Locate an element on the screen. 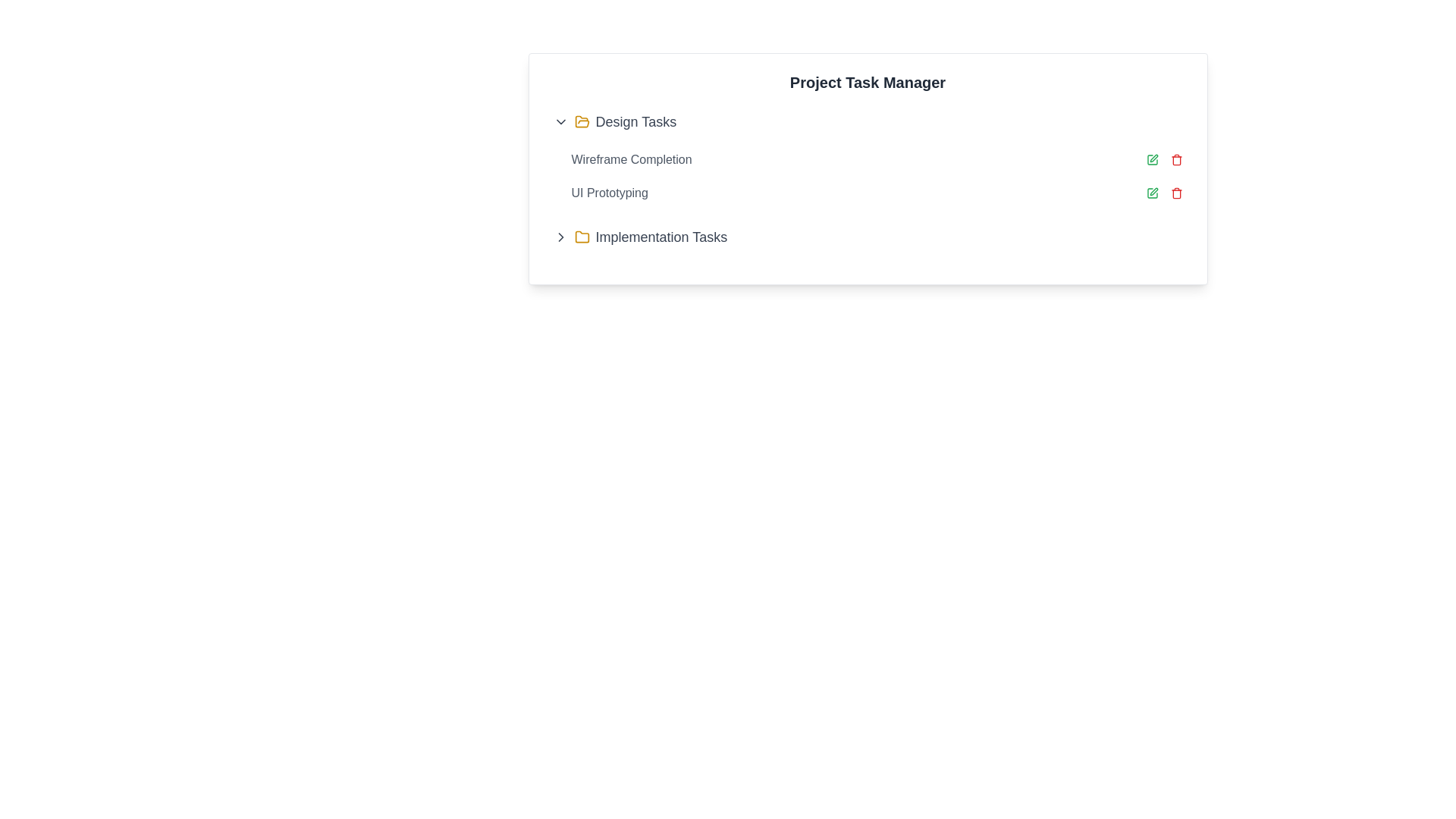 This screenshot has height=819, width=1456. the edit icon located at the bottom right corner of the task row is located at coordinates (1153, 191).